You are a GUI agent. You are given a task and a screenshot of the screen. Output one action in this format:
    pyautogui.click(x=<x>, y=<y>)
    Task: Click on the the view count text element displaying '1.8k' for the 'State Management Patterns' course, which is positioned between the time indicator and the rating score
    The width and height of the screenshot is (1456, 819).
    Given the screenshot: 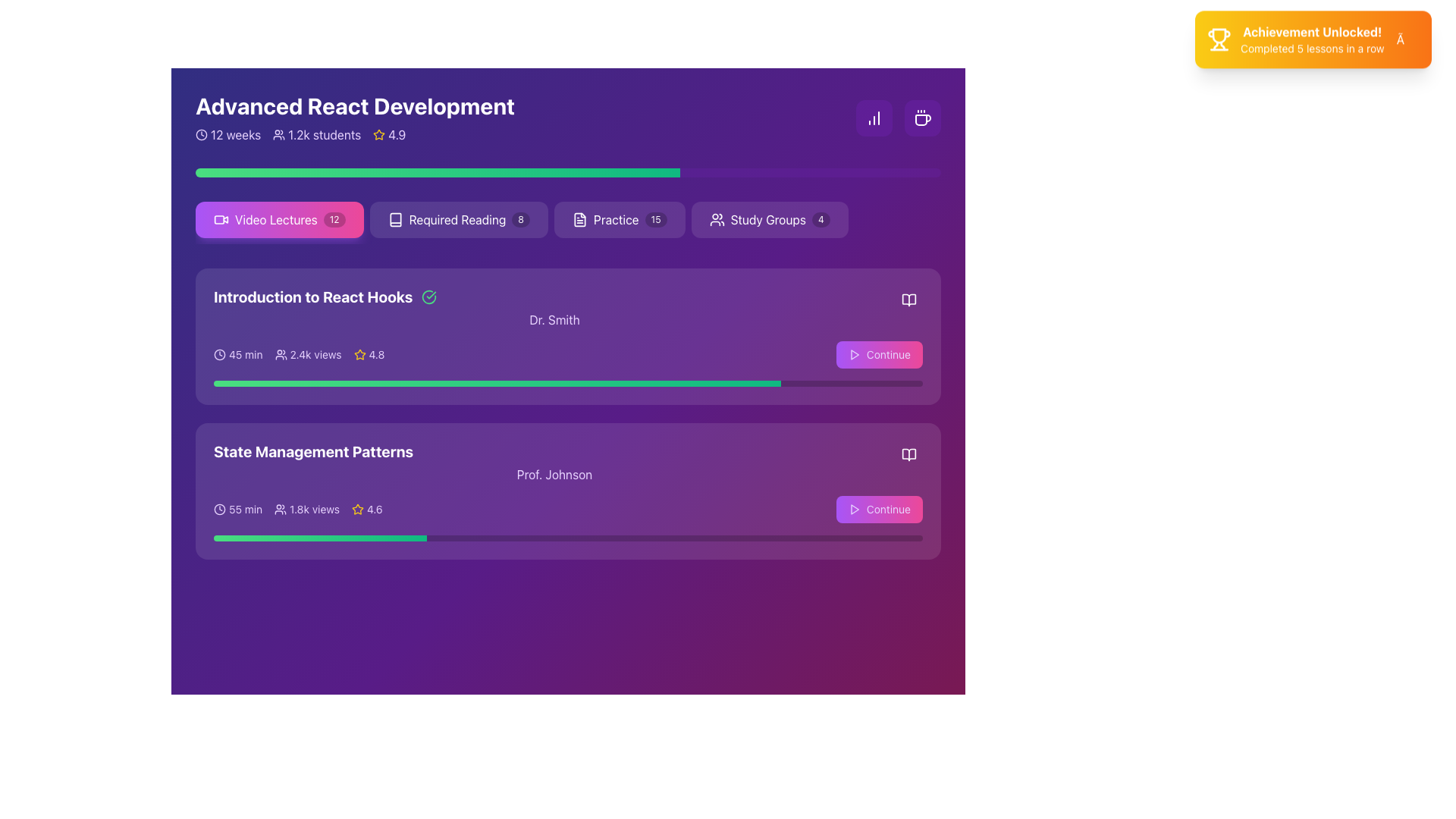 What is the action you would take?
    pyautogui.click(x=306, y=509)
    